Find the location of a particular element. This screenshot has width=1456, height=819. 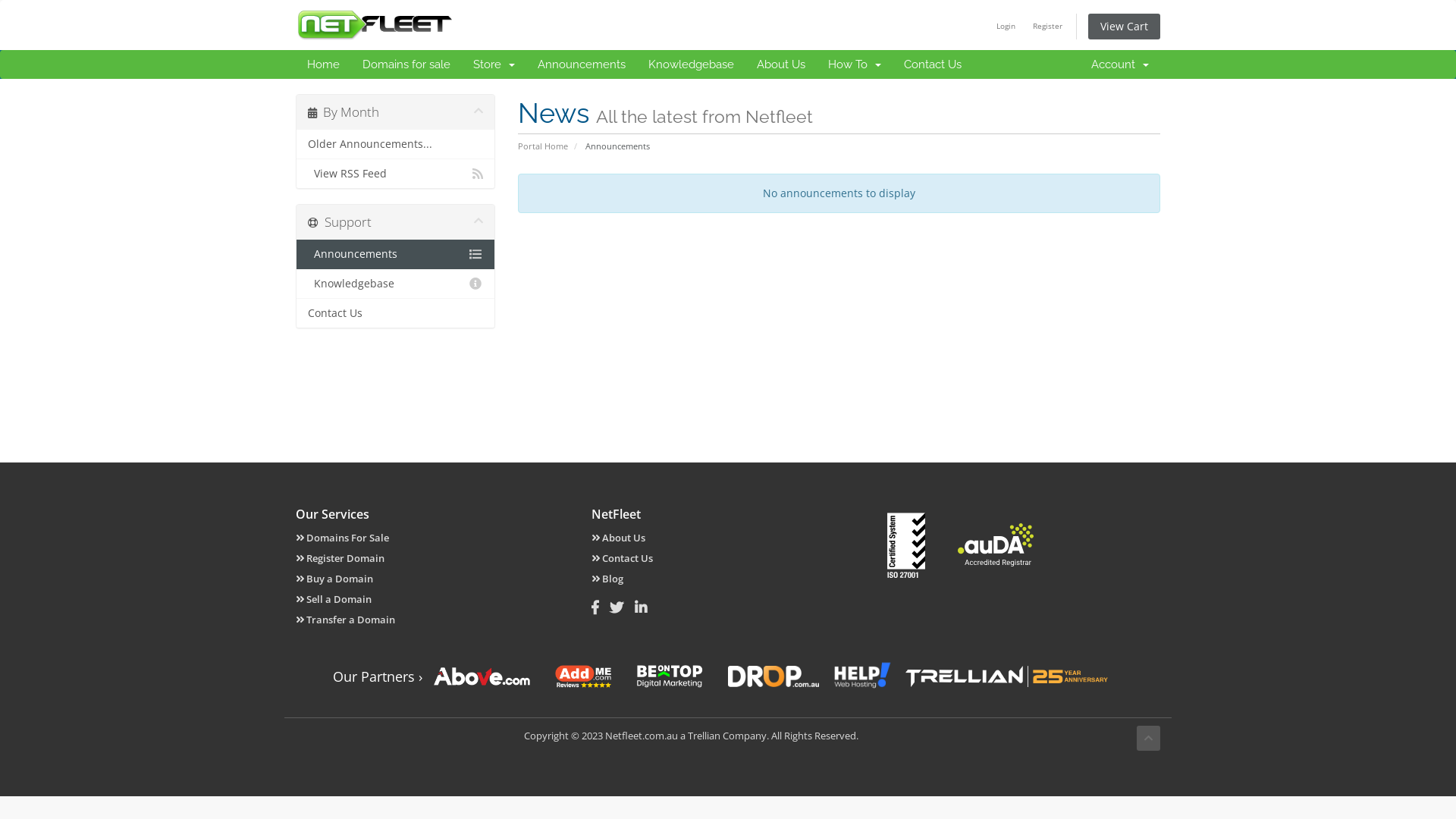

'  Knowledgebase' is located at coordinates (395, 284).